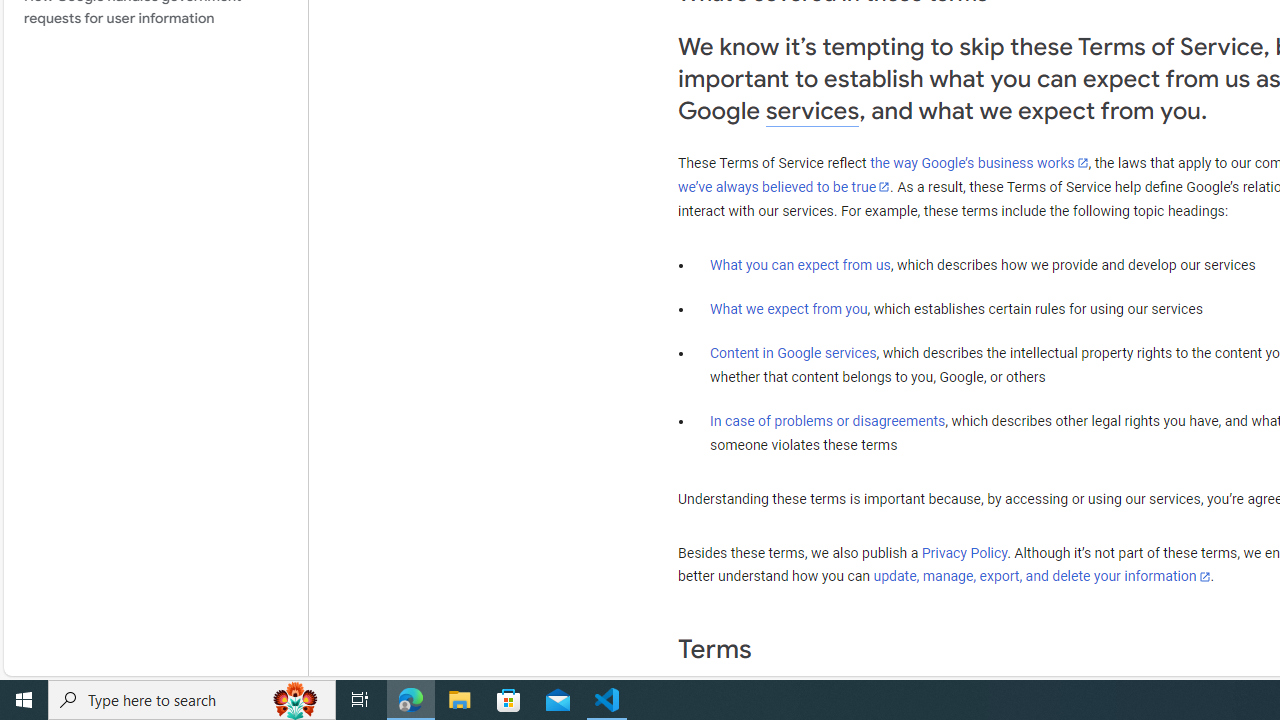  Describe the element at coordinates (1040, 577) in the screenshot. I see `'update, manage, export, and delete your information'` at that location.